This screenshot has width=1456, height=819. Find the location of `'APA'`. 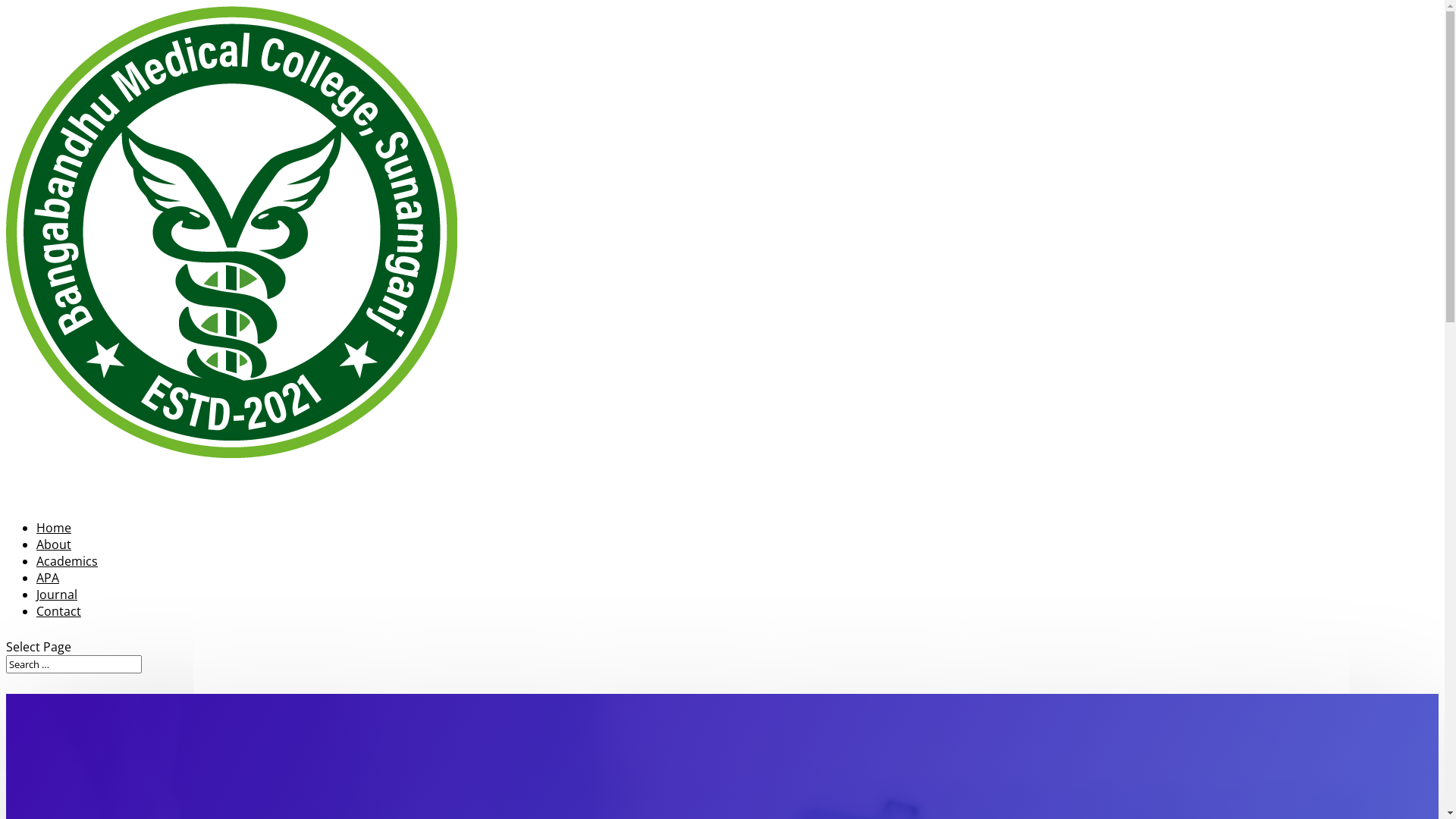

'APA' is located at coordinates (36, 599).